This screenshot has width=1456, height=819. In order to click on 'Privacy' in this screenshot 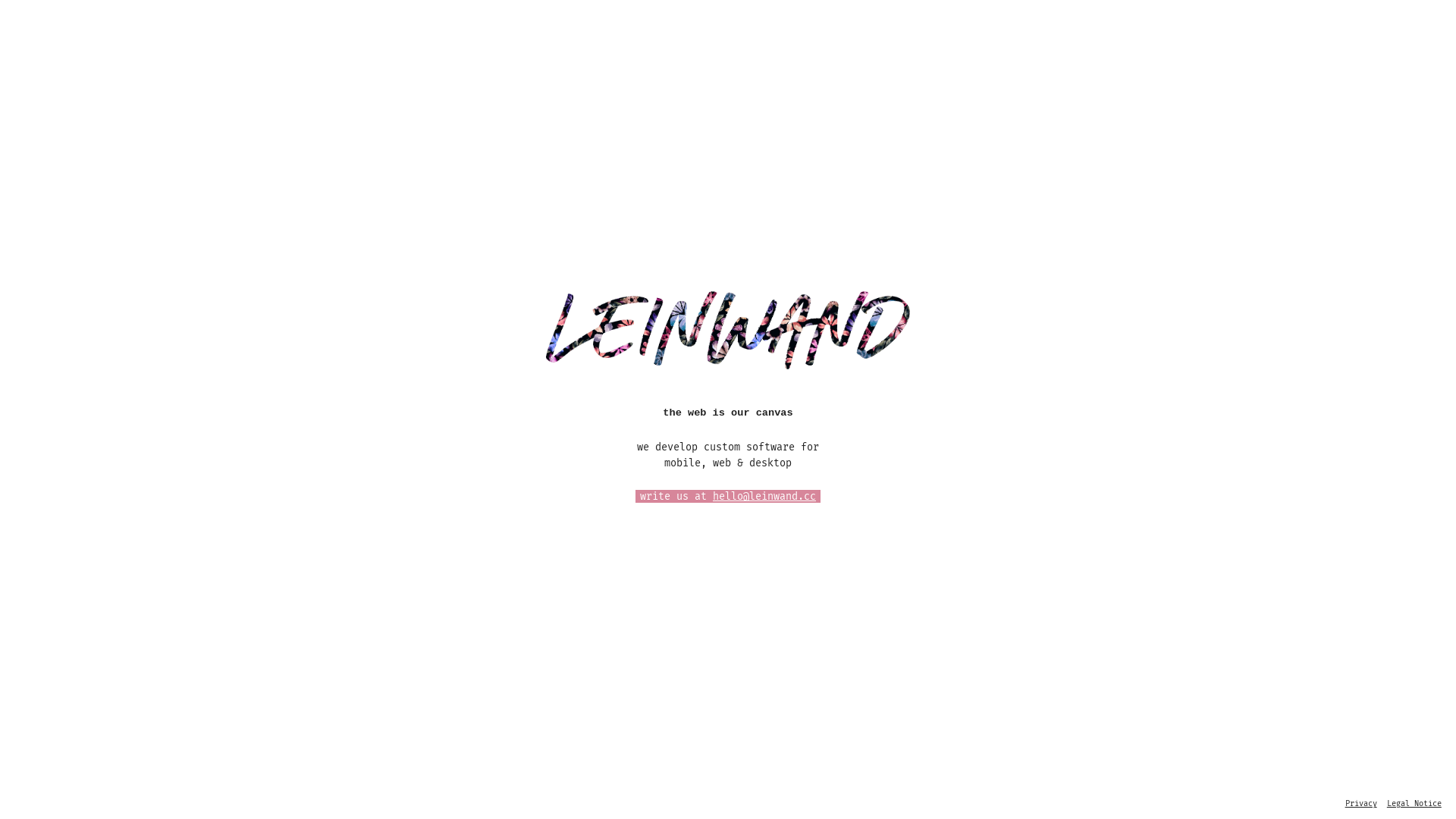, I will do `click(1361, 802)`.